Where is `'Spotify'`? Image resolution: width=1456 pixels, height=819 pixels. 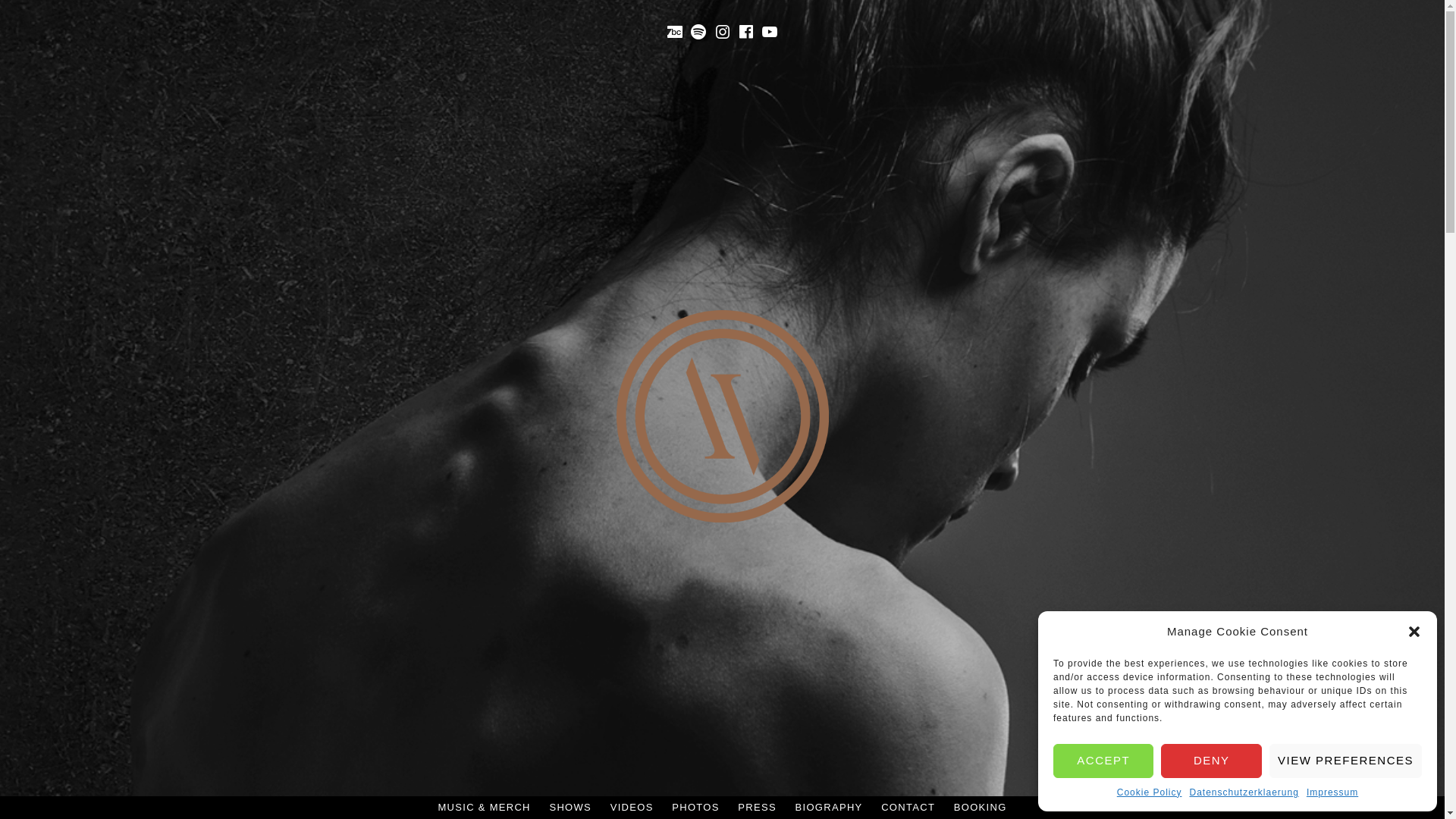 'Spotify' is located at coordinates (698, 32).